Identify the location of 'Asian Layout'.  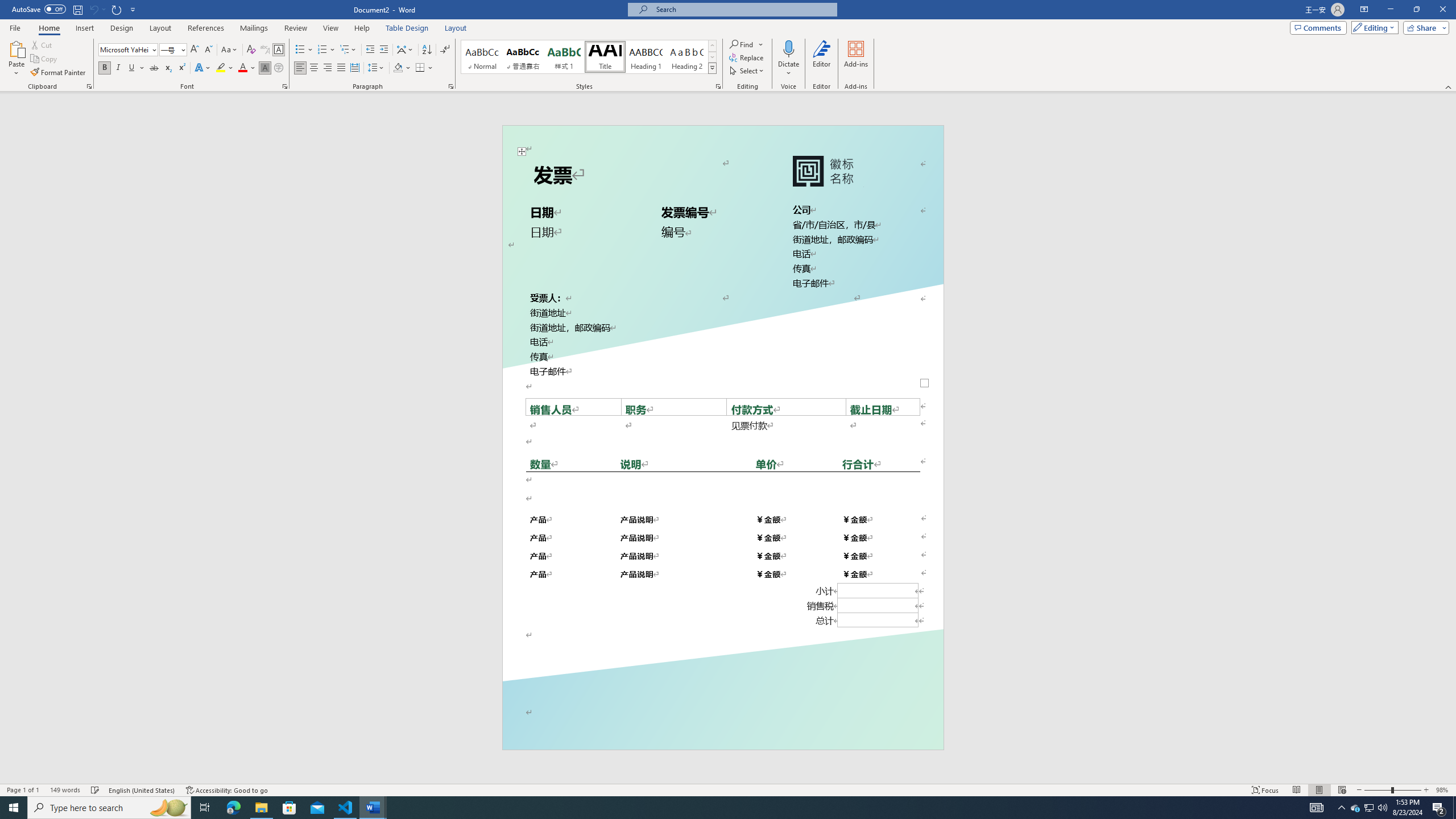
(405, 49).